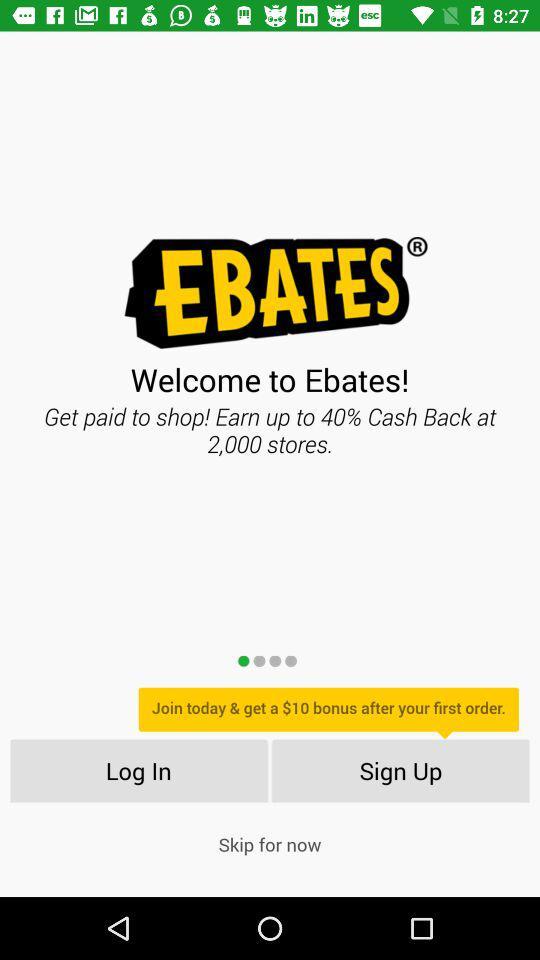  What do you see at coordinates (137, 769) in the screenshot?
I see `item next to the sign up icon` at bounding box center [137, 769].